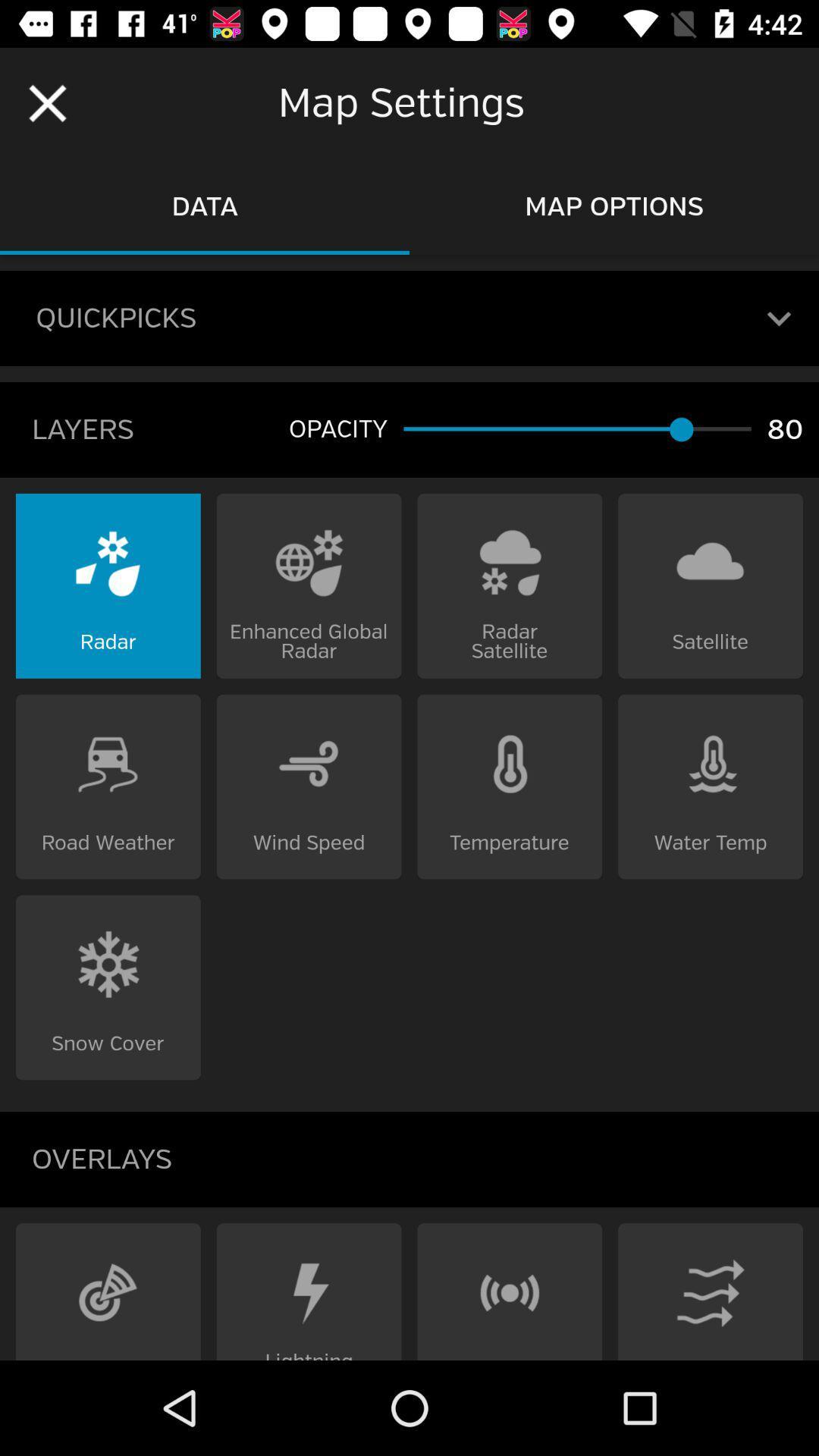 This screenshot has width=819, height=1456. I want to click on the expand_more icon, so click(779, 318).